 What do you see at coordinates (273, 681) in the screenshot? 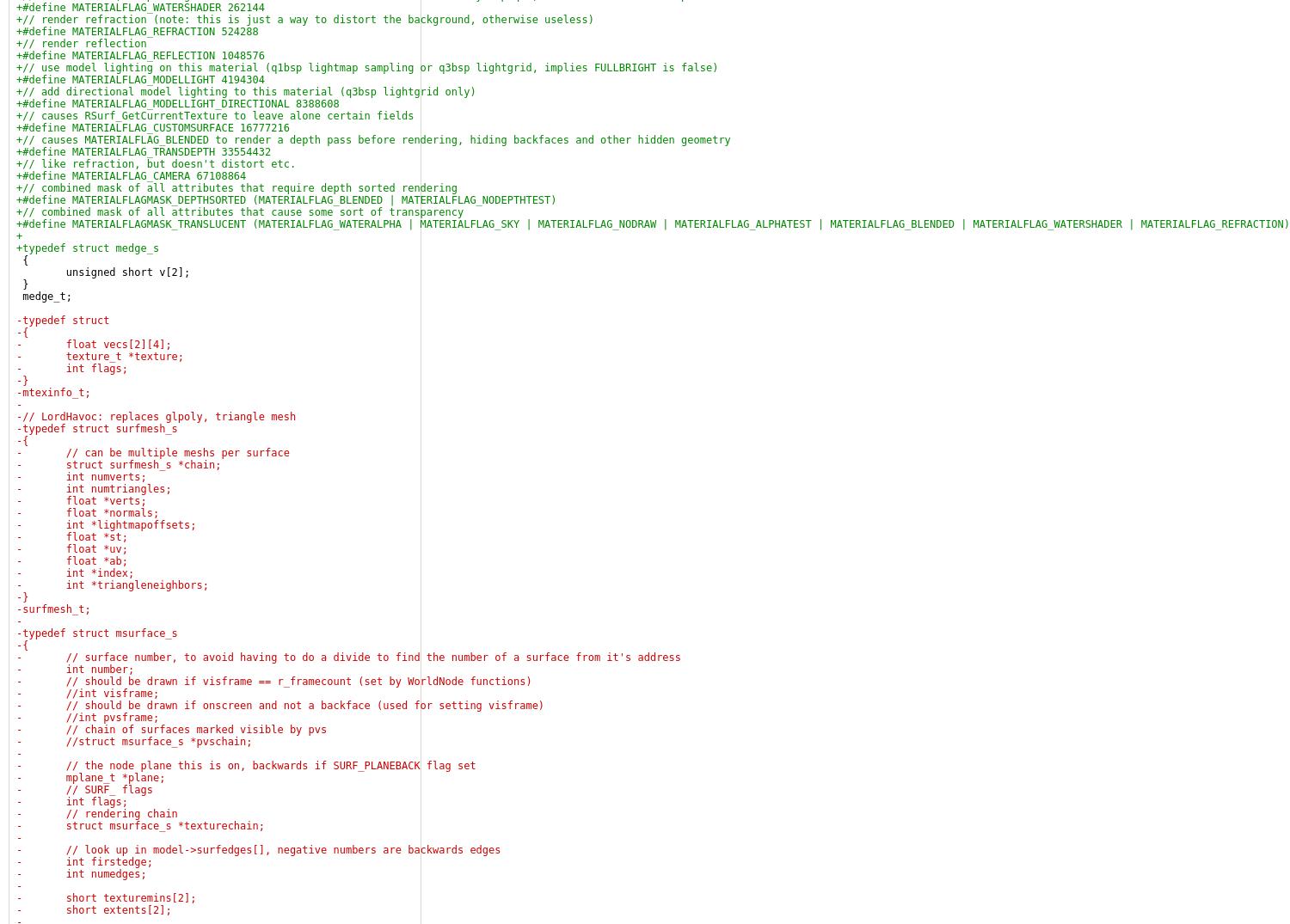
I see `'-       // should be drawn if visframe == r_framecount (set by WorldNode functions)'` at bounding box center [273, 681].